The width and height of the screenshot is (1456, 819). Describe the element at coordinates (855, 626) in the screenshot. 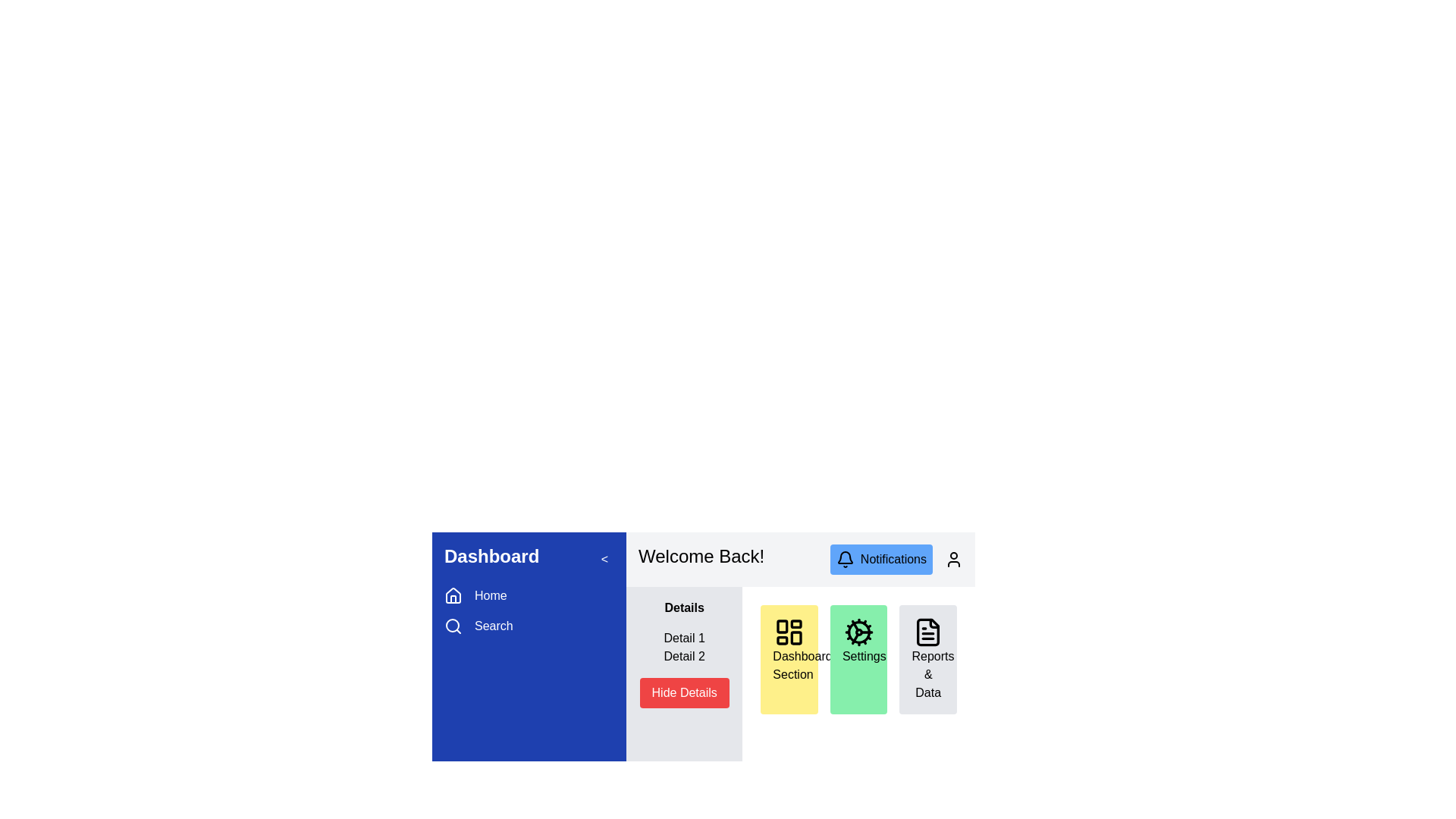

I see `the small graphical line element within the settings gear icon, which is part of the cog gear visual representation` at that location.